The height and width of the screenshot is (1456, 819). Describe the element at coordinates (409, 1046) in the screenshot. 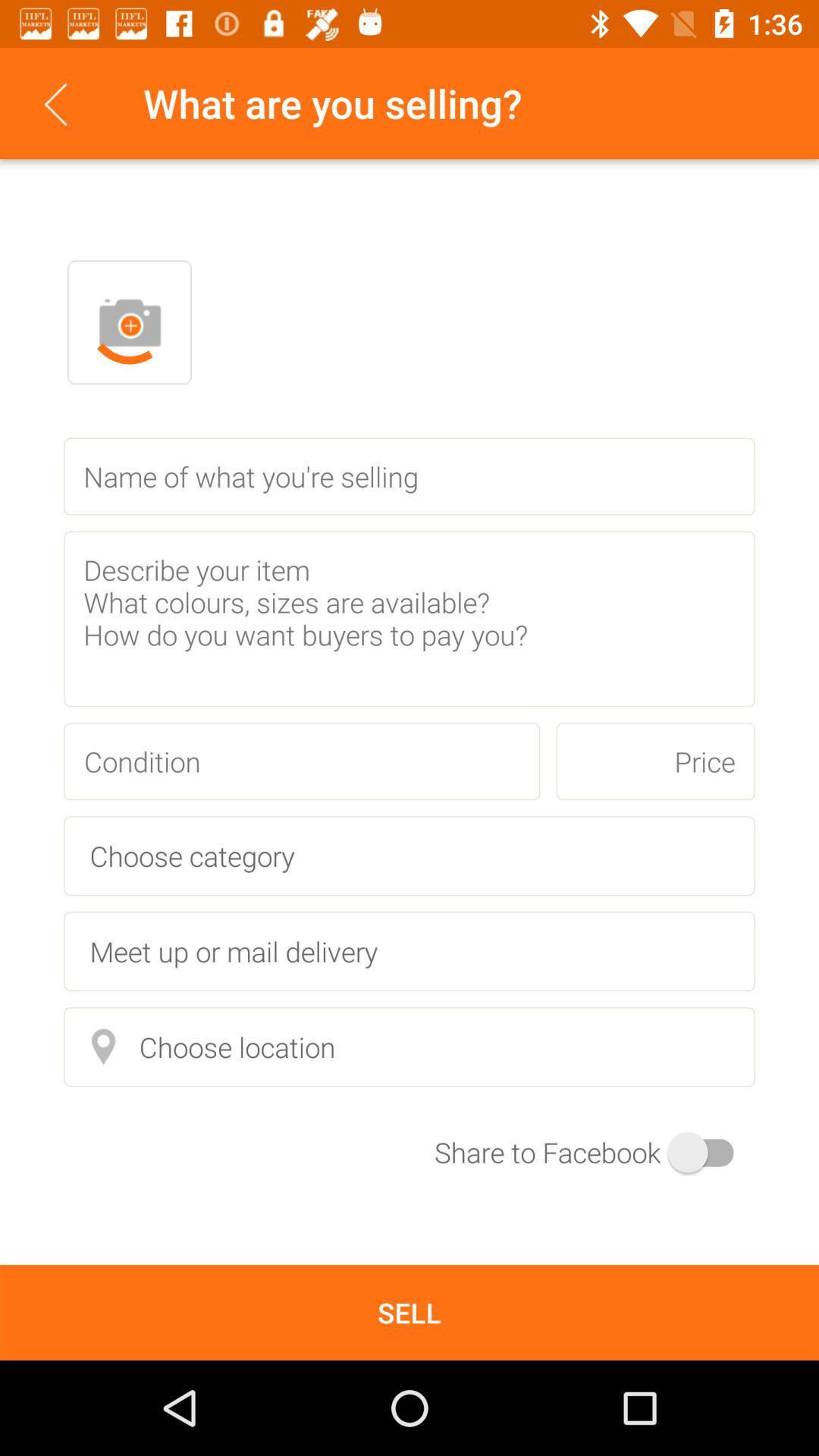

I see `choose location icon` at that location.